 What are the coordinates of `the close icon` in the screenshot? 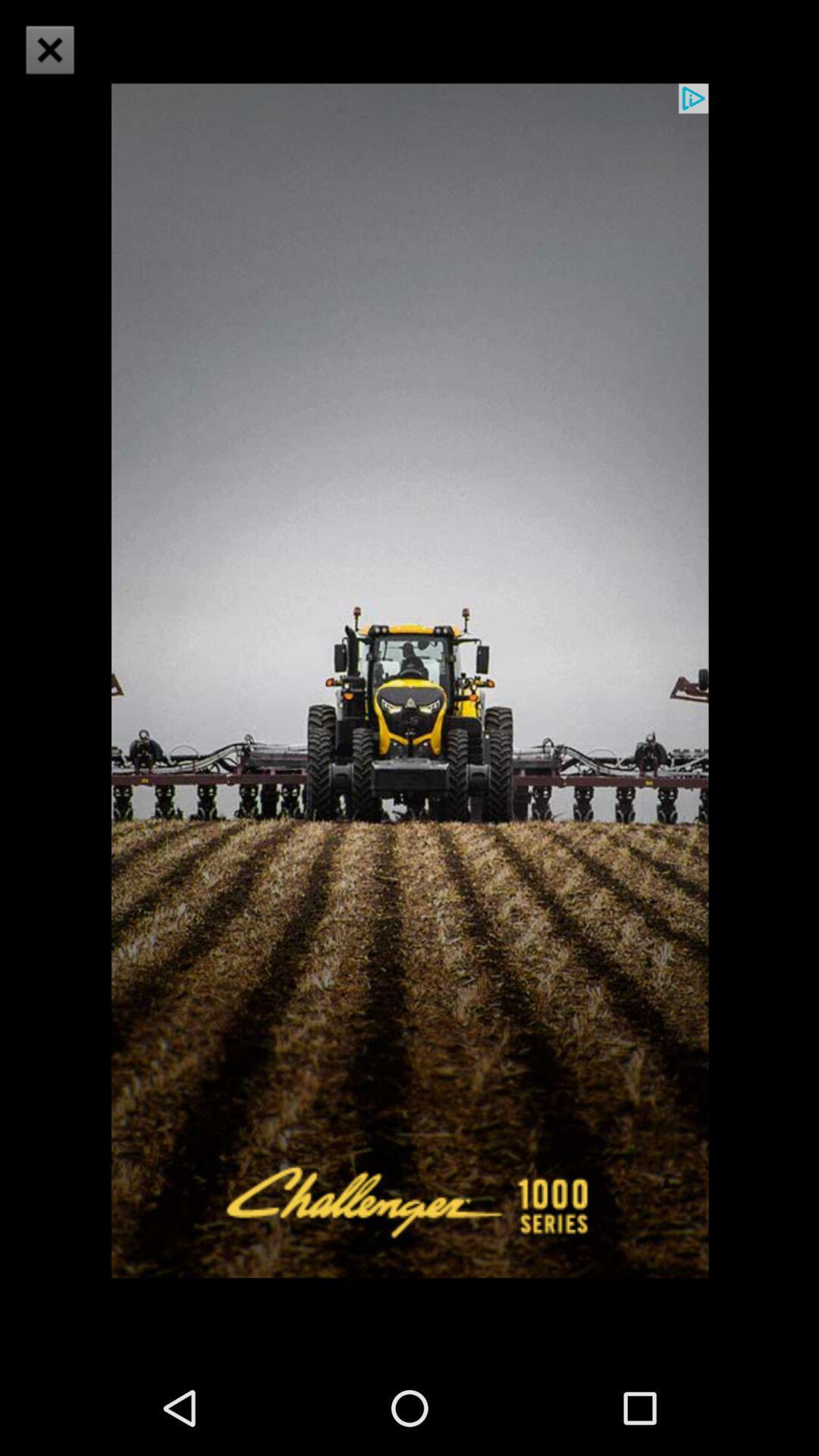 It's located at (49, 53).